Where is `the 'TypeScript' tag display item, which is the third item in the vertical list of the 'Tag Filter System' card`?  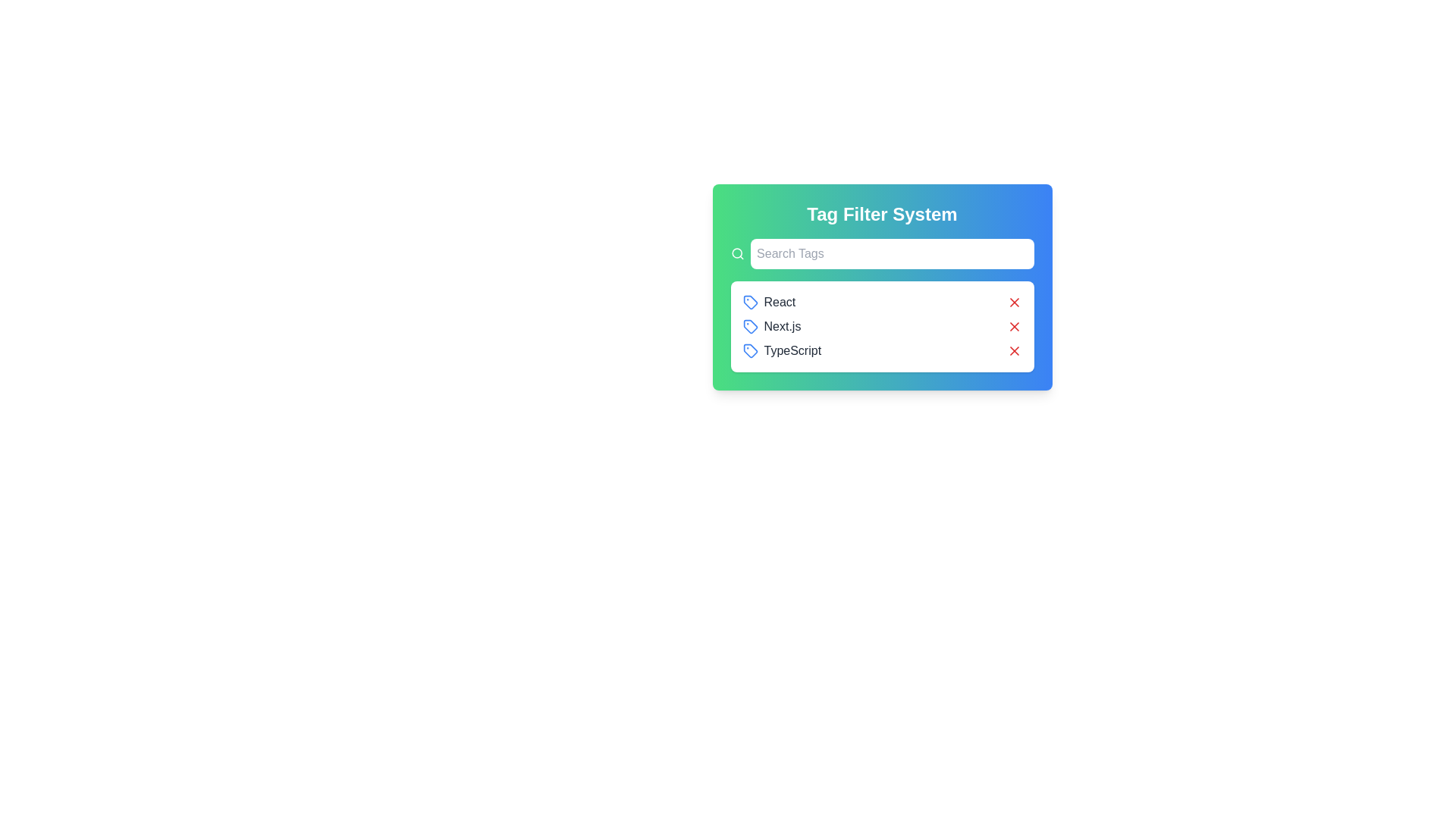 the 'TypeScript' tag display item, which is the third item in the vertical list of the 'Tag Filter System' card is located at coordinates (782, 350).